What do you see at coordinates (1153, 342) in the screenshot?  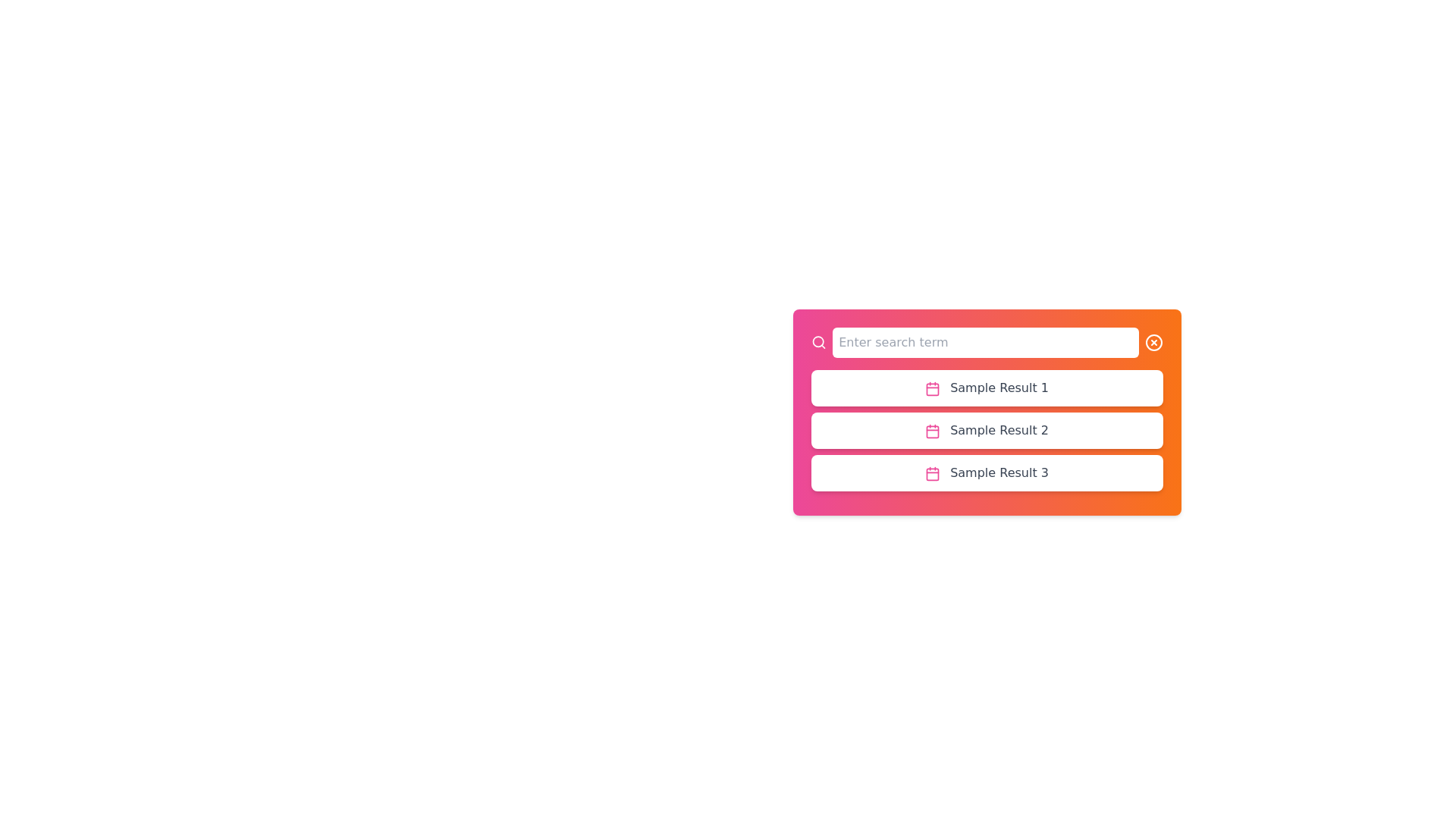 I see `circular outline element located at the top-right corner of the search bar component, which has a gradient background transitioning from pink to orange` at bounding box center [1153, 342].